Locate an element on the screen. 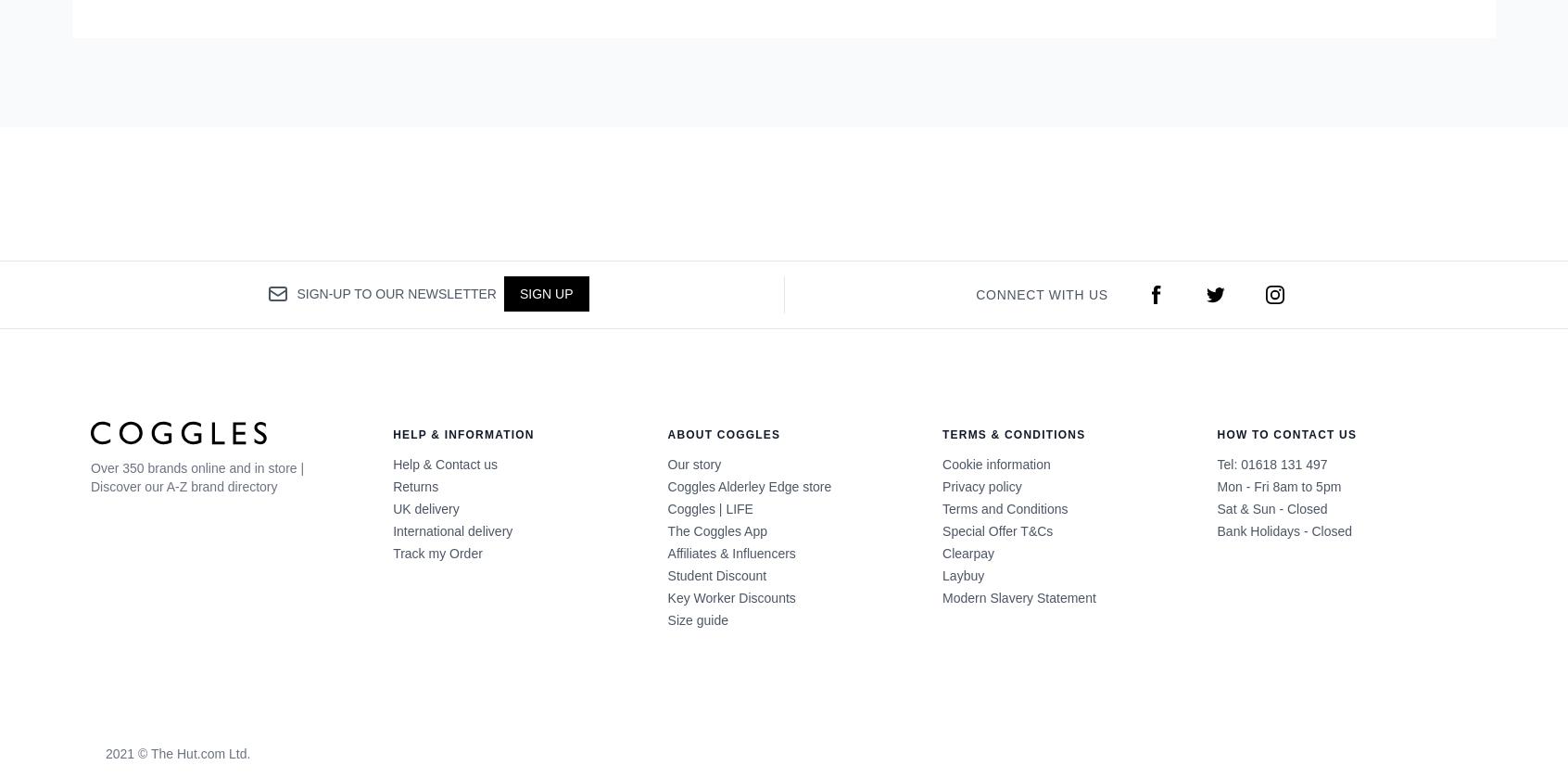 This screenshot has height=778, width=1568. 'Track my Order' is located at coordinates (436, 552).